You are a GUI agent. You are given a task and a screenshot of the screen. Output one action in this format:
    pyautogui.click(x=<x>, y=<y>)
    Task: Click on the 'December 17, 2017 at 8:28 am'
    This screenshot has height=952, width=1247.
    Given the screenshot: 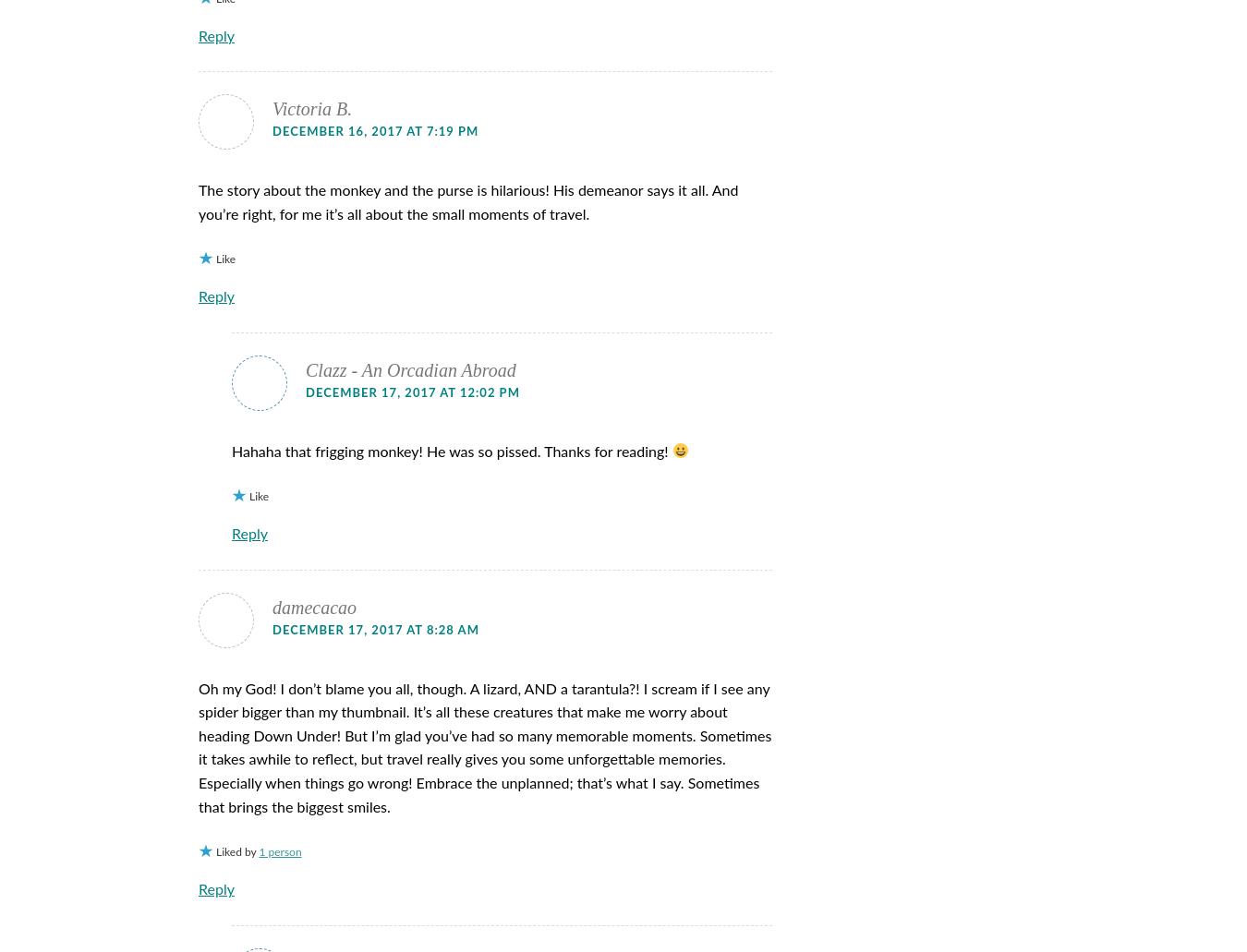 What is the action you would take?
    pyautogui.click(x=375, y=630)
    